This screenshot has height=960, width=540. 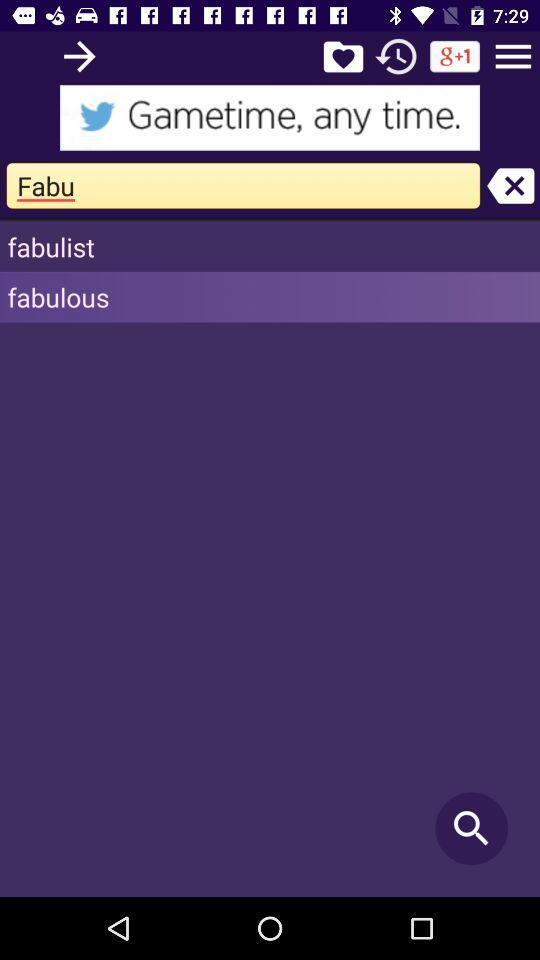 I want to click on show past searches, so click(x=396, y=55).